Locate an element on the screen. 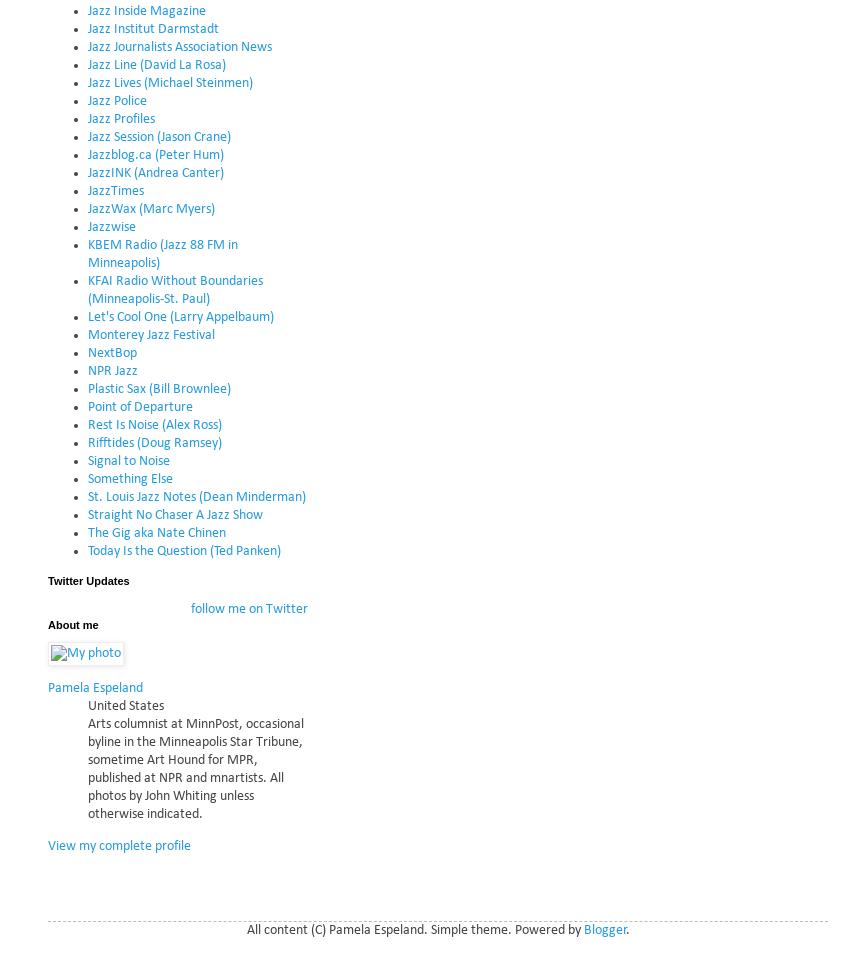 Image resolution: width=868 pixels, height=957 pixels. 'Twitter Updates' is located at coordinates (48, 579).